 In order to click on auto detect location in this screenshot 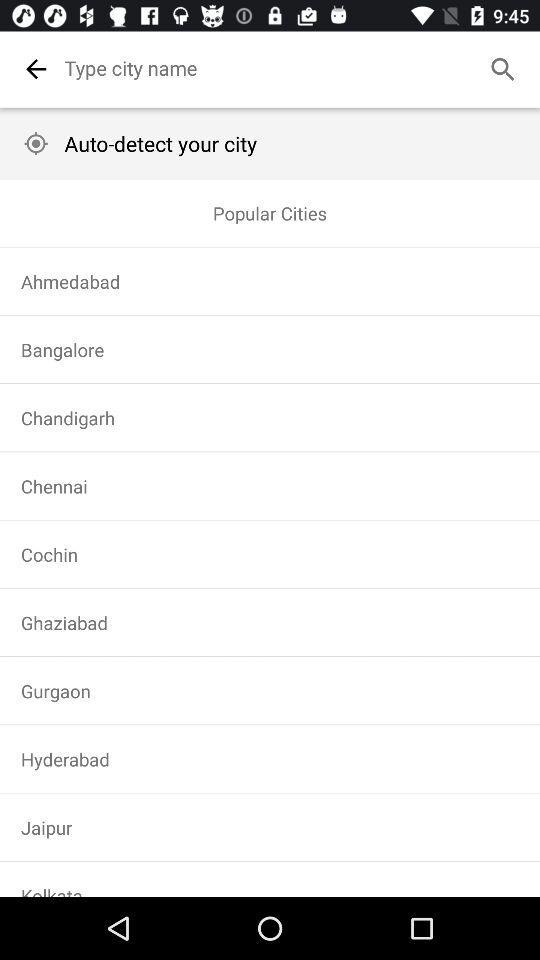, I will do `click(36, 142)`.